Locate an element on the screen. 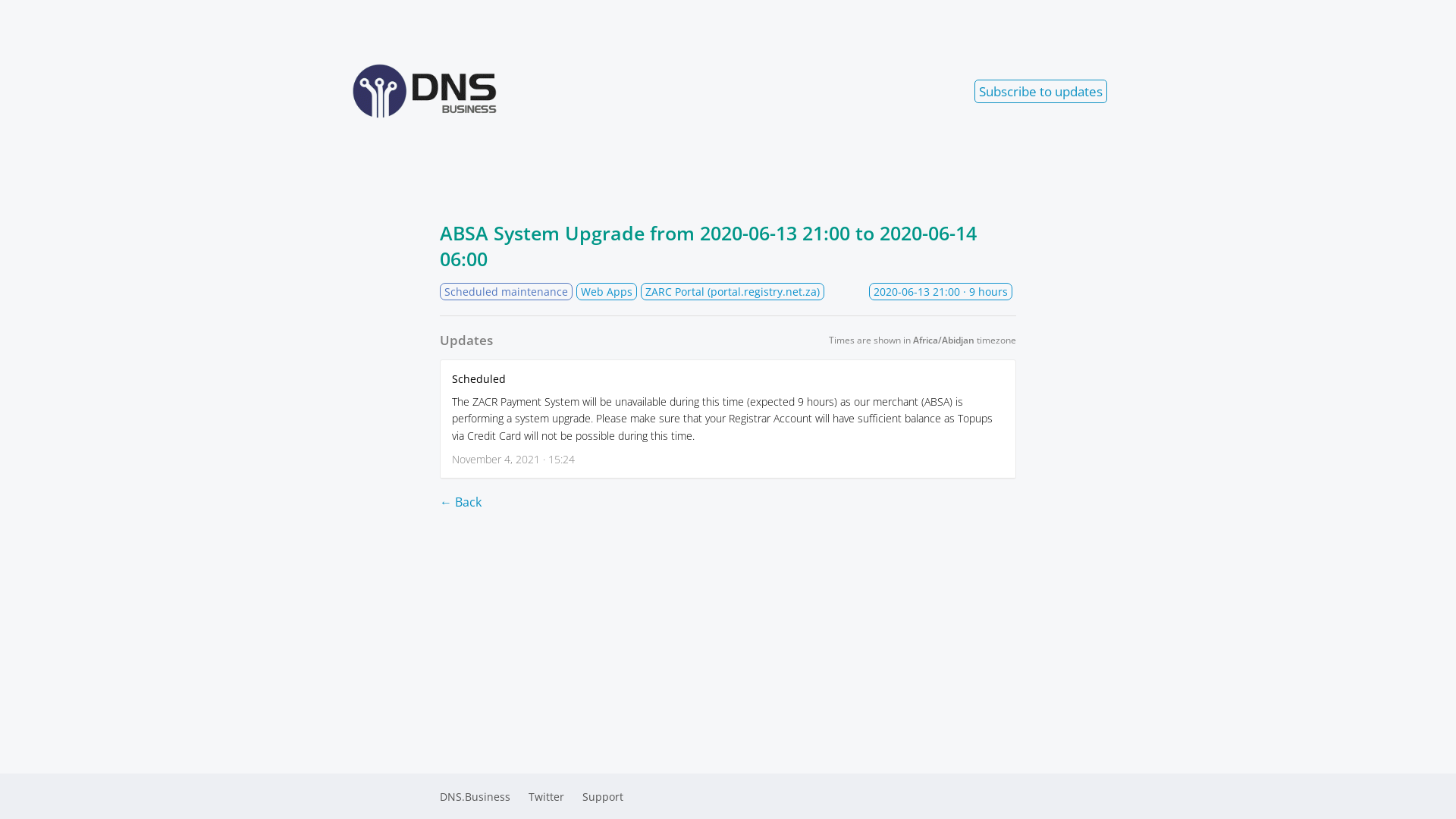 The width and height of the screenshot is (1456, 819). 'DNS.Business' is located at coordinates (474, 795).